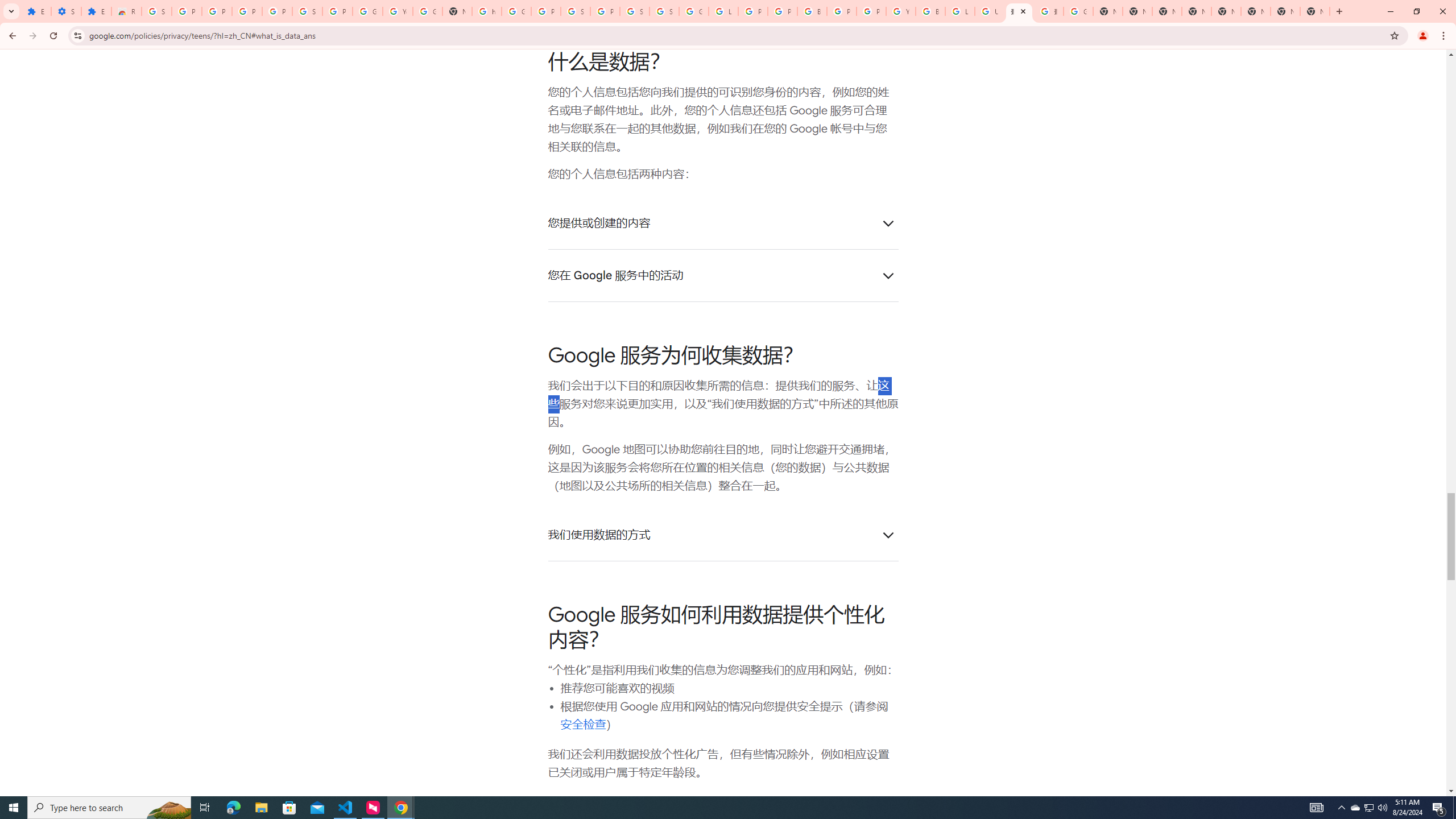 The height and width of the screenshot is (819, 1456). I want to click on 'YouTube', so click(396, 11).